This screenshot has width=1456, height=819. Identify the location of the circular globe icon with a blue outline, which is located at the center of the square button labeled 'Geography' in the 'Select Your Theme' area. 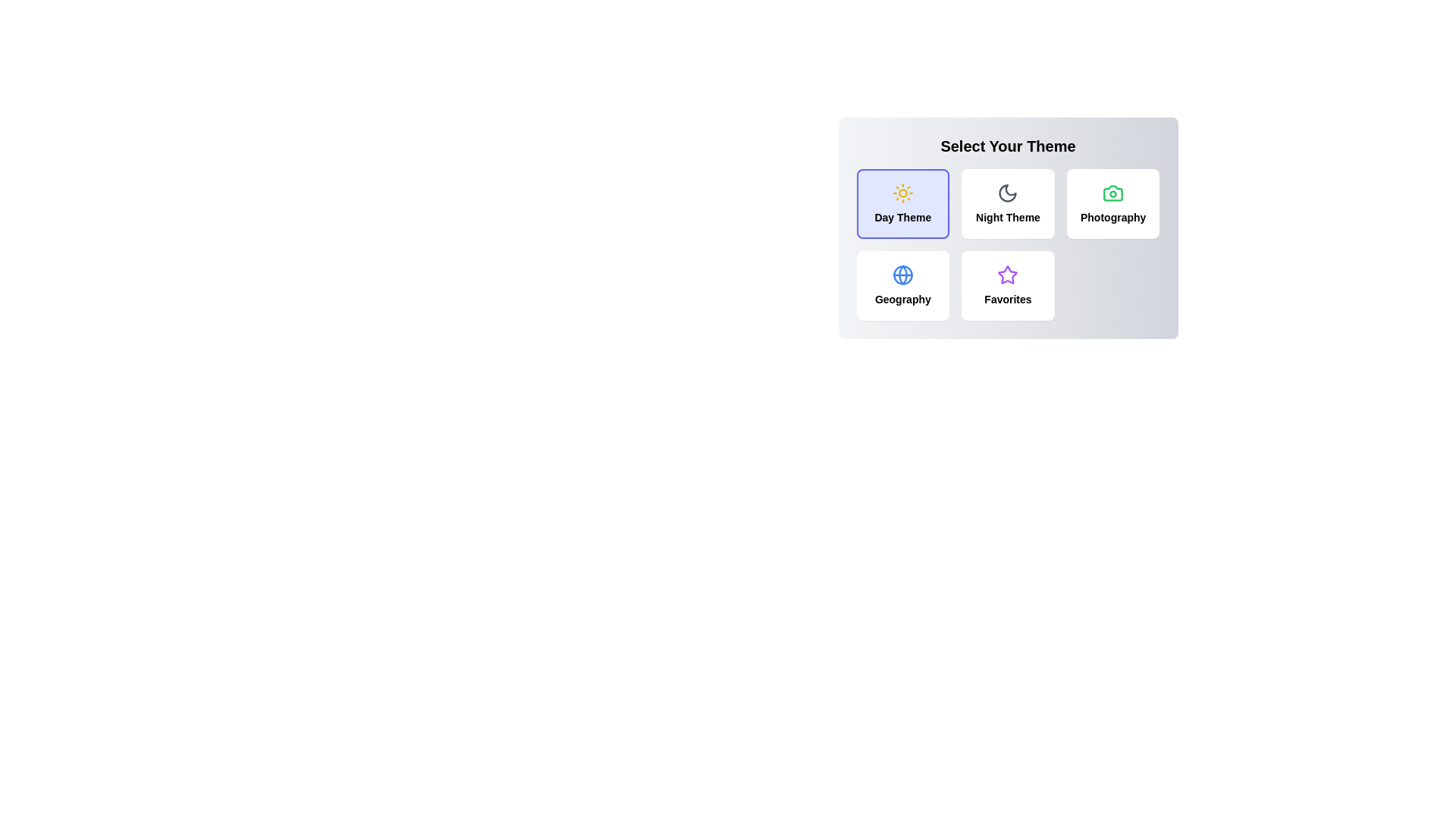
(902, 275).